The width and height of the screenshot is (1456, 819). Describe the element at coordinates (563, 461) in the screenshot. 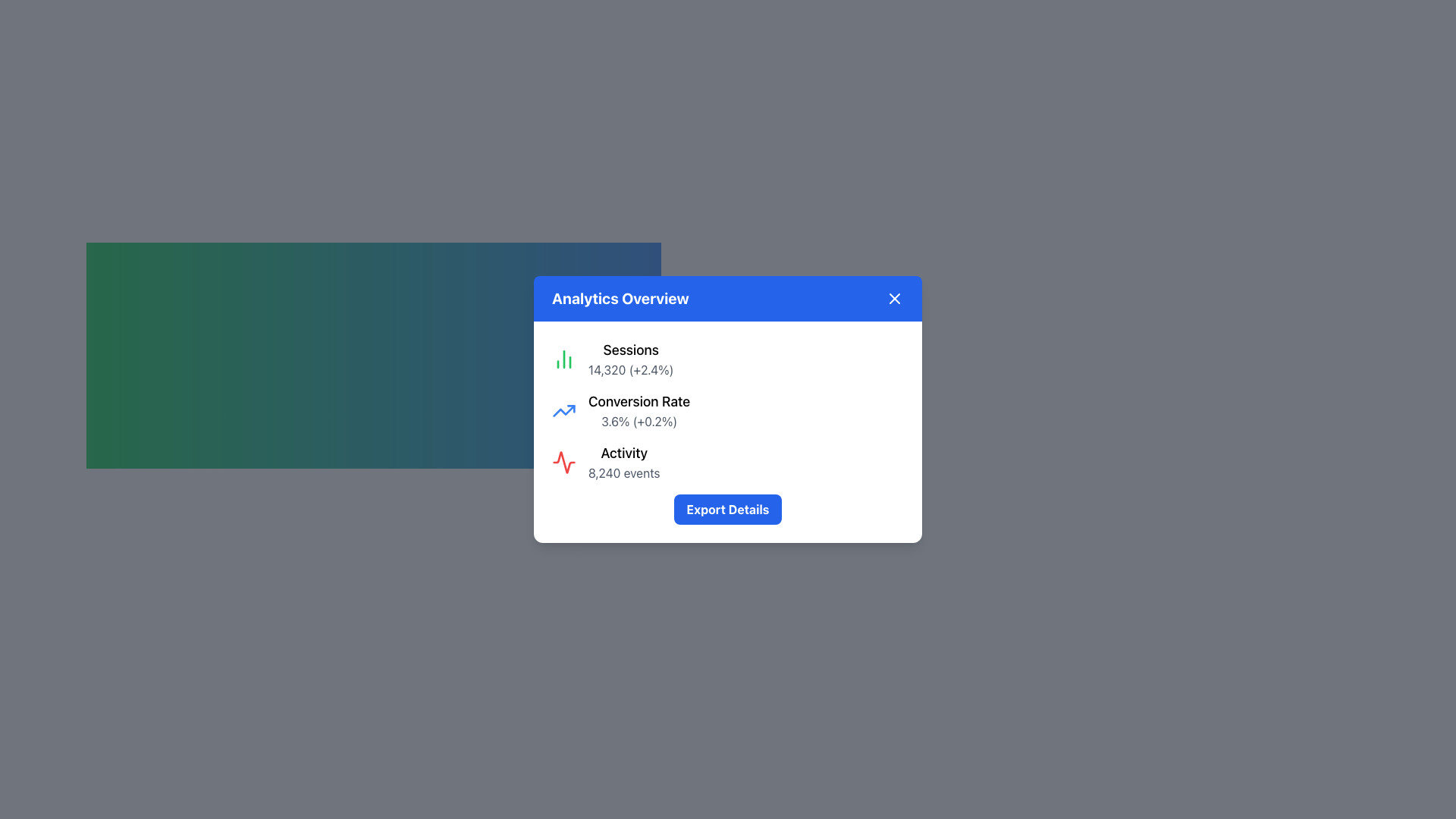

I see `the 'Activity' icon located in the 'Analytics Overview' panel to interact with it` at that location.